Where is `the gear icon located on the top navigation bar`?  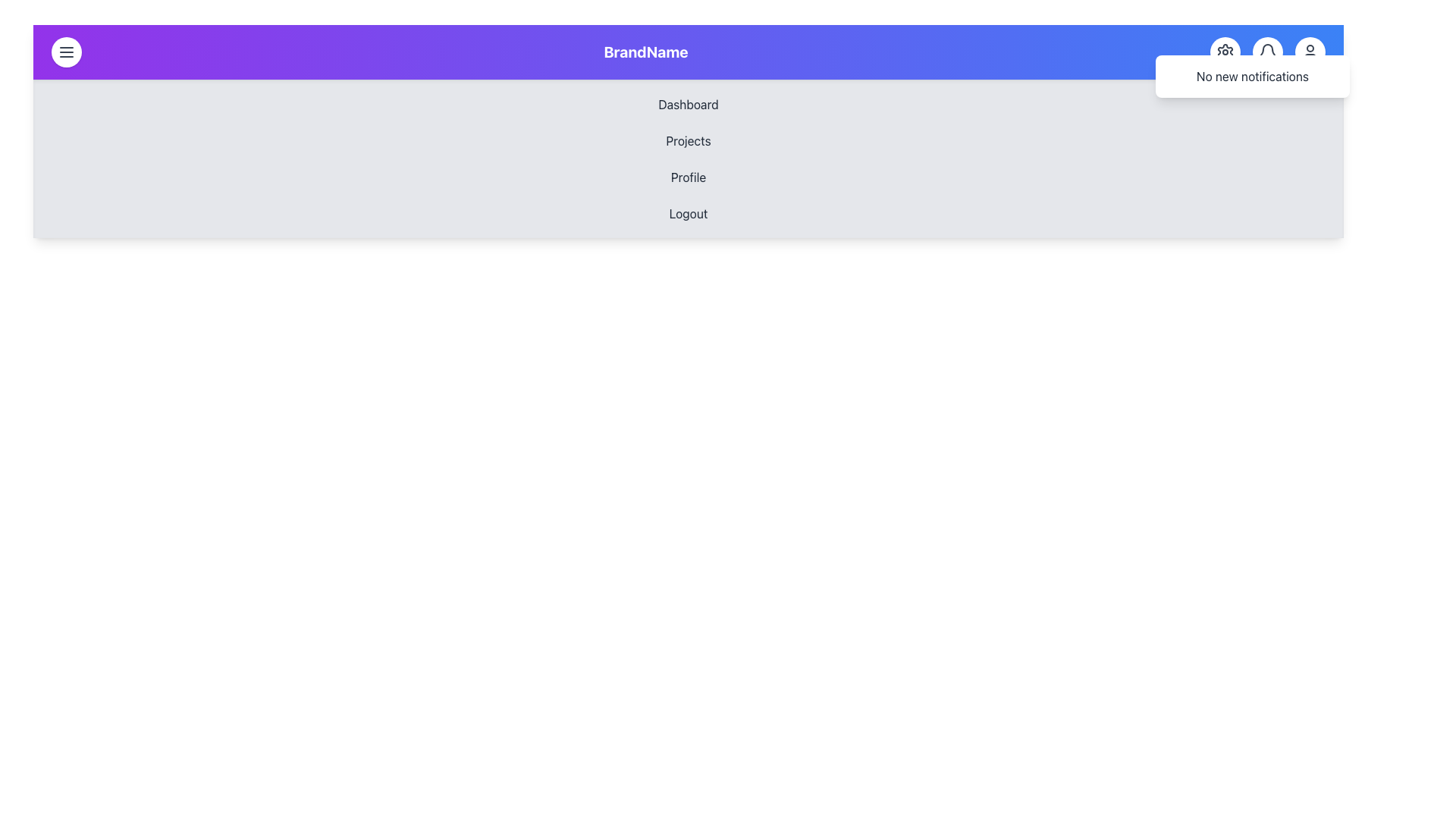 the gear icon located on the top navigation bar is located at coordinates (1225, 52).